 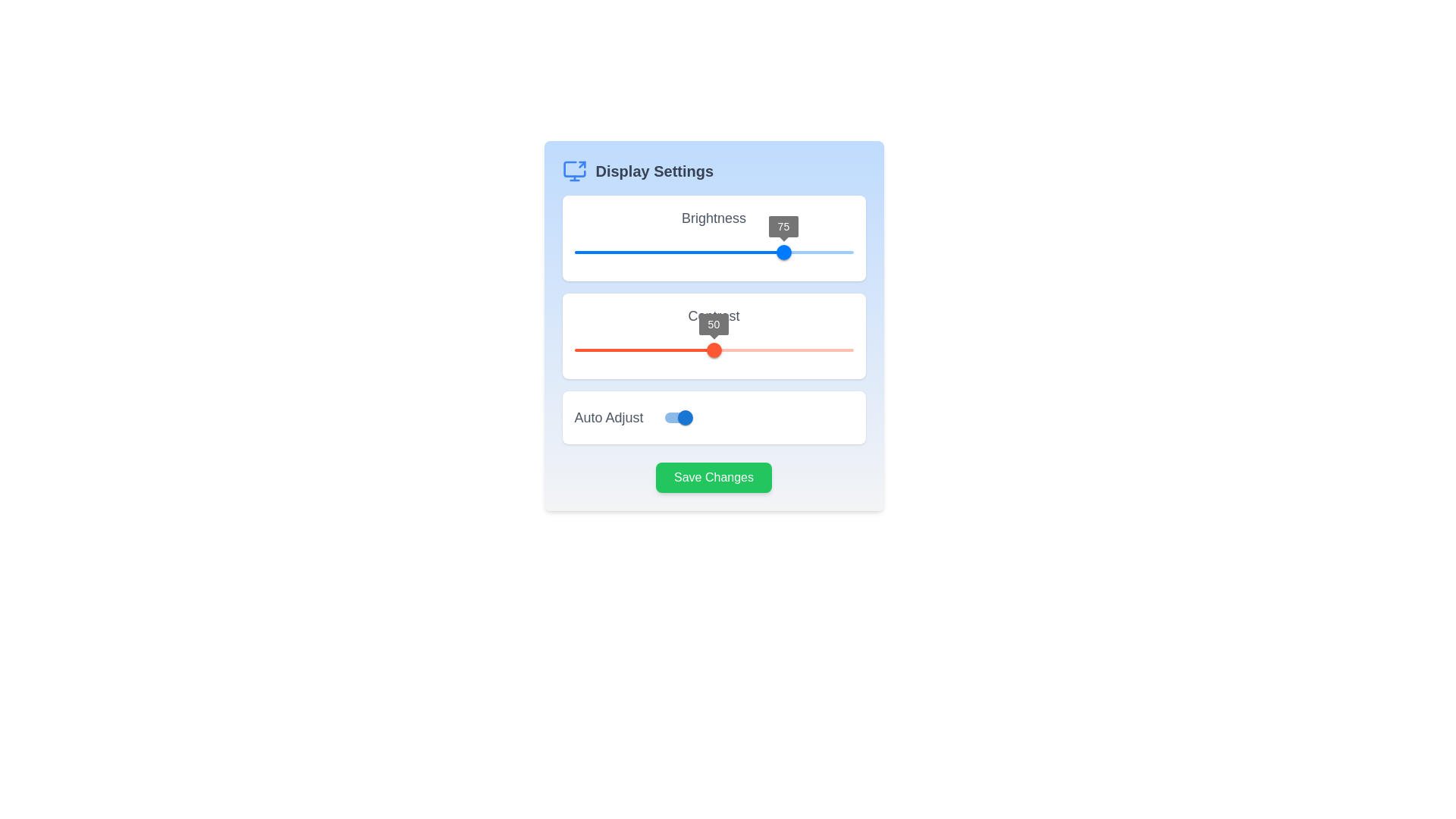 What do you see at coordinates (721, 251) in the screenshot?
I see `the brightness slider` at bounding box center [721, 251].